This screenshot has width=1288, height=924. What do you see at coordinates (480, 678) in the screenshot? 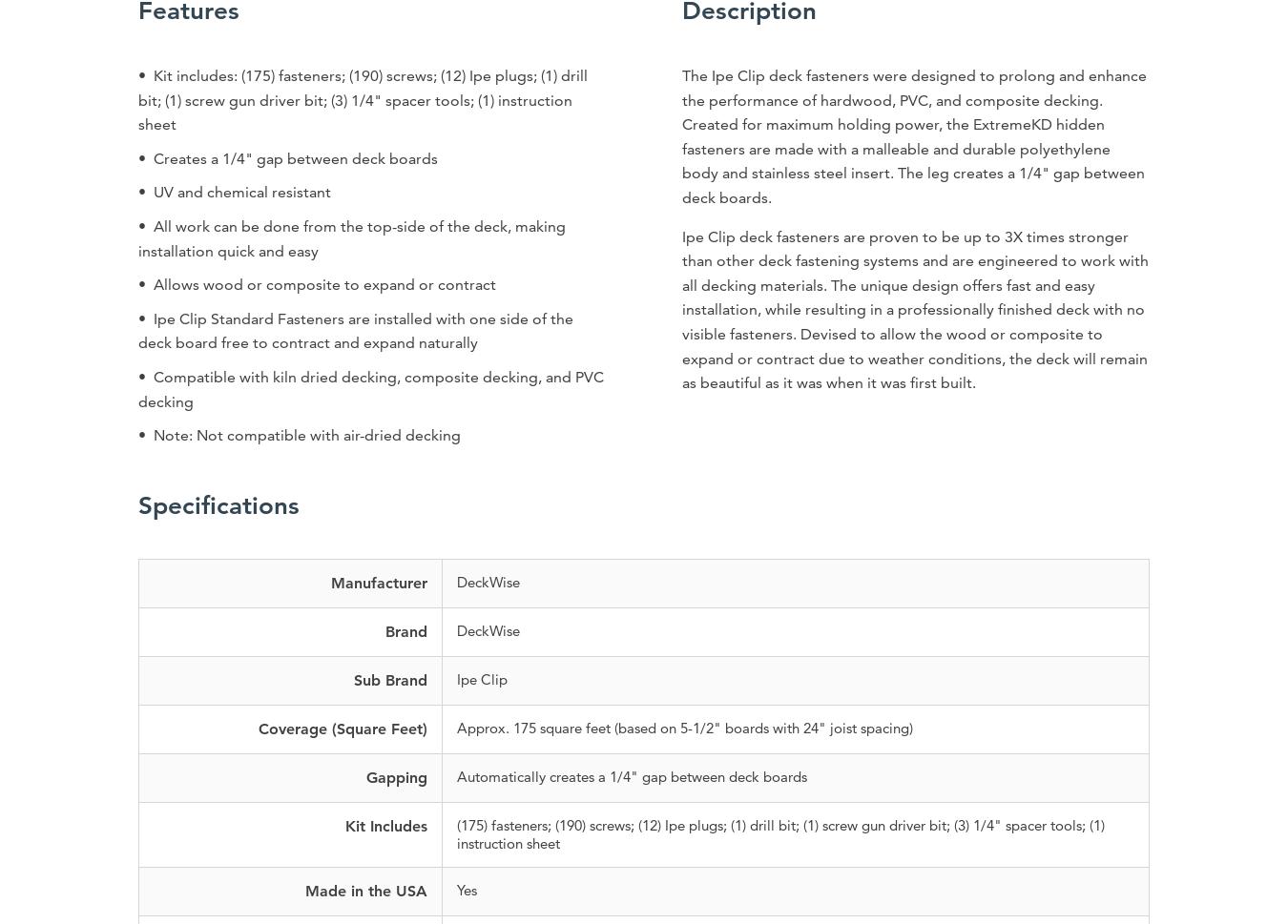
I see `'Ipe Clip'` at bounding box center [480, 678].